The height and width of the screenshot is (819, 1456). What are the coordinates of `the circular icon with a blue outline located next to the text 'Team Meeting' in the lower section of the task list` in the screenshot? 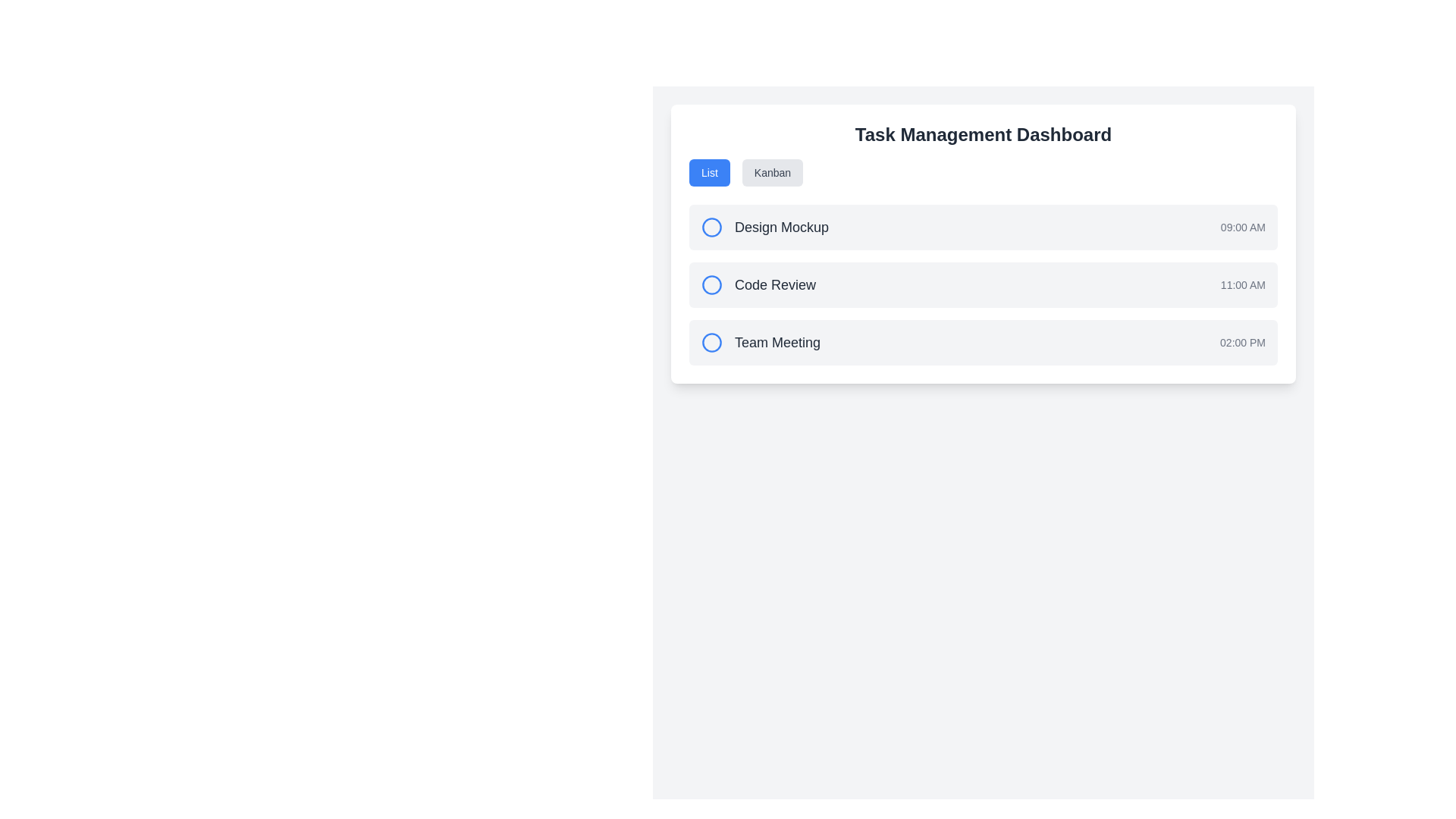 It's located at (711, 342).